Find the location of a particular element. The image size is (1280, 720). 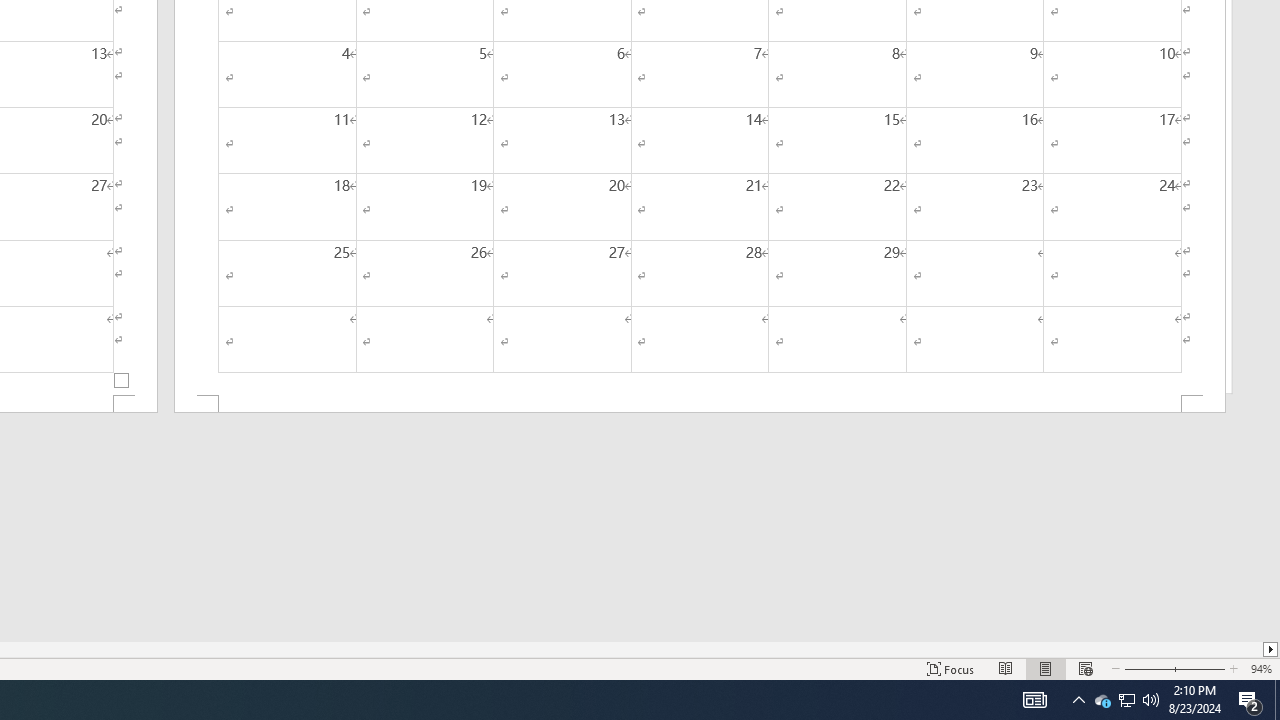

'Column right' is located at coordinates (1270, 649).